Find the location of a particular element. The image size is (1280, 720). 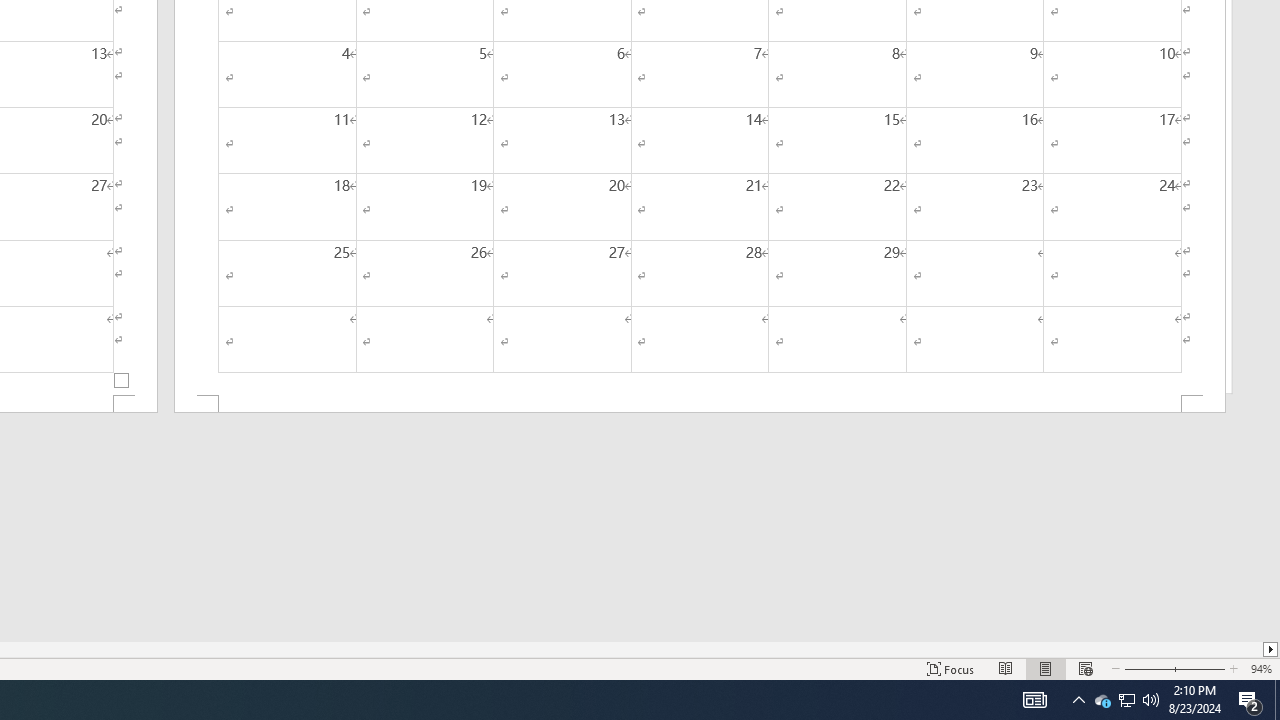

'Column right' is located at coordinates (1270, 649).